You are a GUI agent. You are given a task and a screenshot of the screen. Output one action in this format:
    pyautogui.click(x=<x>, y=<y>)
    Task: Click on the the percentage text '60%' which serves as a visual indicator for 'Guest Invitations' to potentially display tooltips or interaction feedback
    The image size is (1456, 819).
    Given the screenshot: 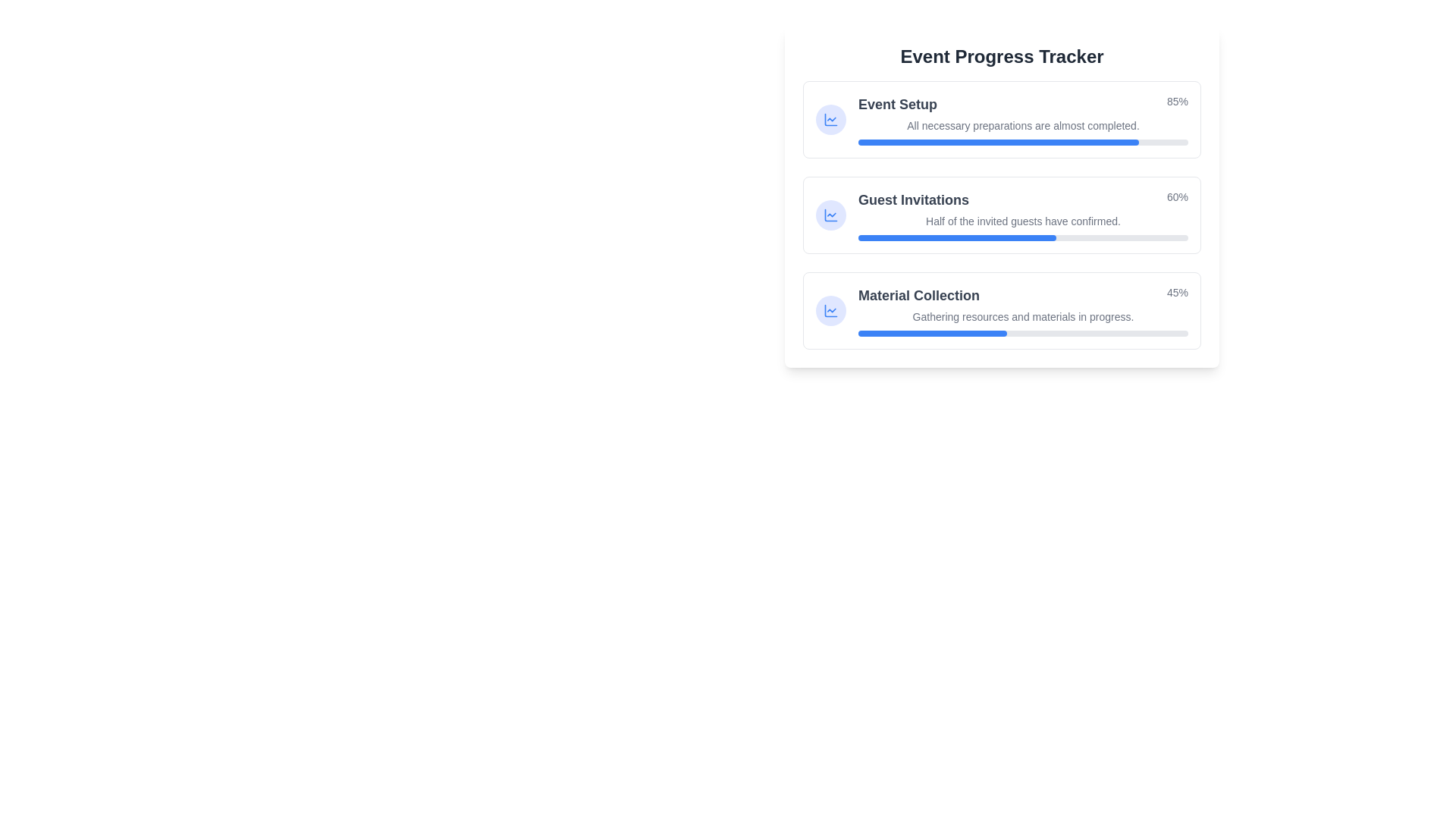 What is the action you would take?
    pyautogui.click(x=1176, y=199)
    